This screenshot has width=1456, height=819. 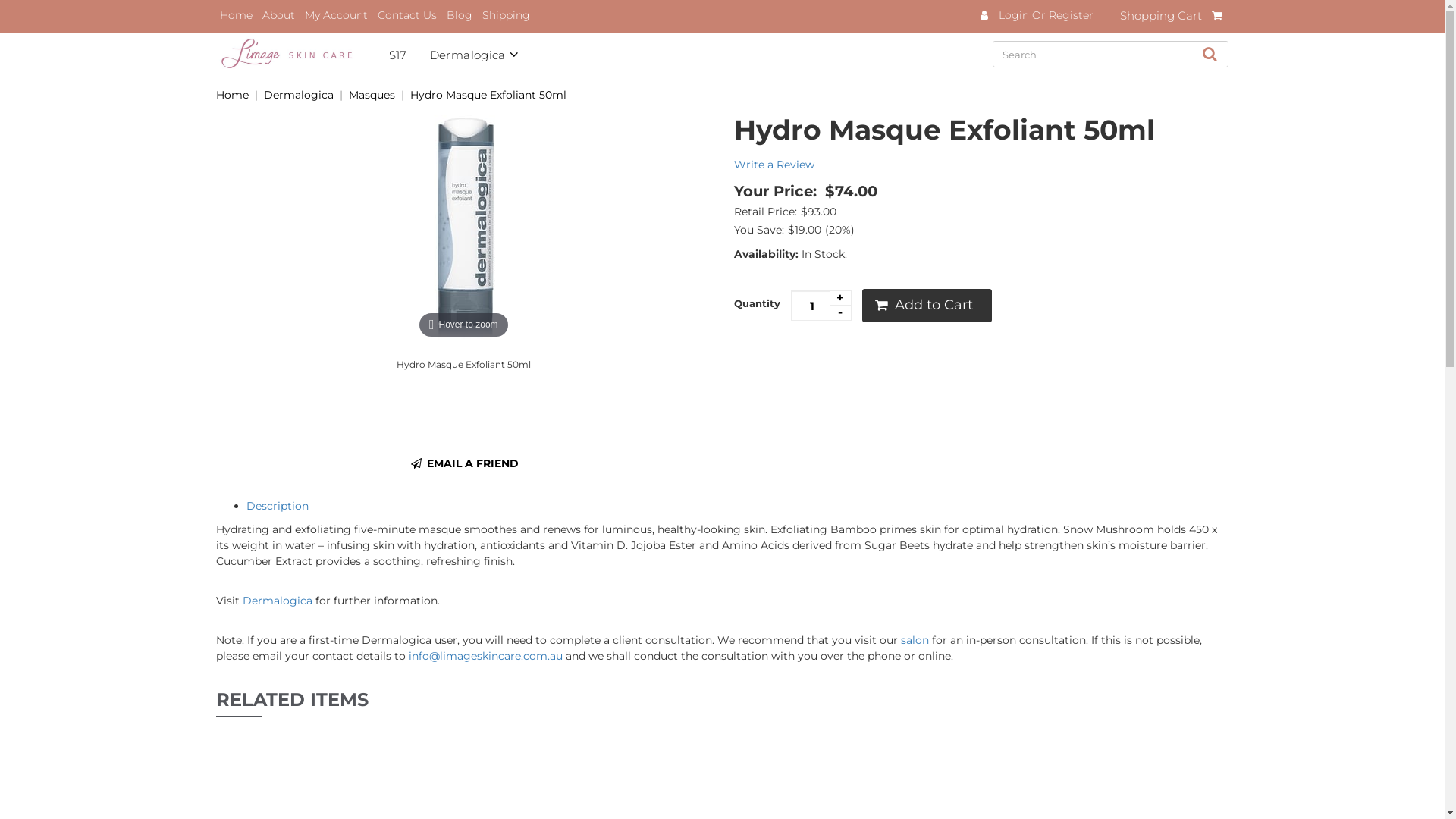 I want to click on 'Contact Us', so click(x=407, y=14).